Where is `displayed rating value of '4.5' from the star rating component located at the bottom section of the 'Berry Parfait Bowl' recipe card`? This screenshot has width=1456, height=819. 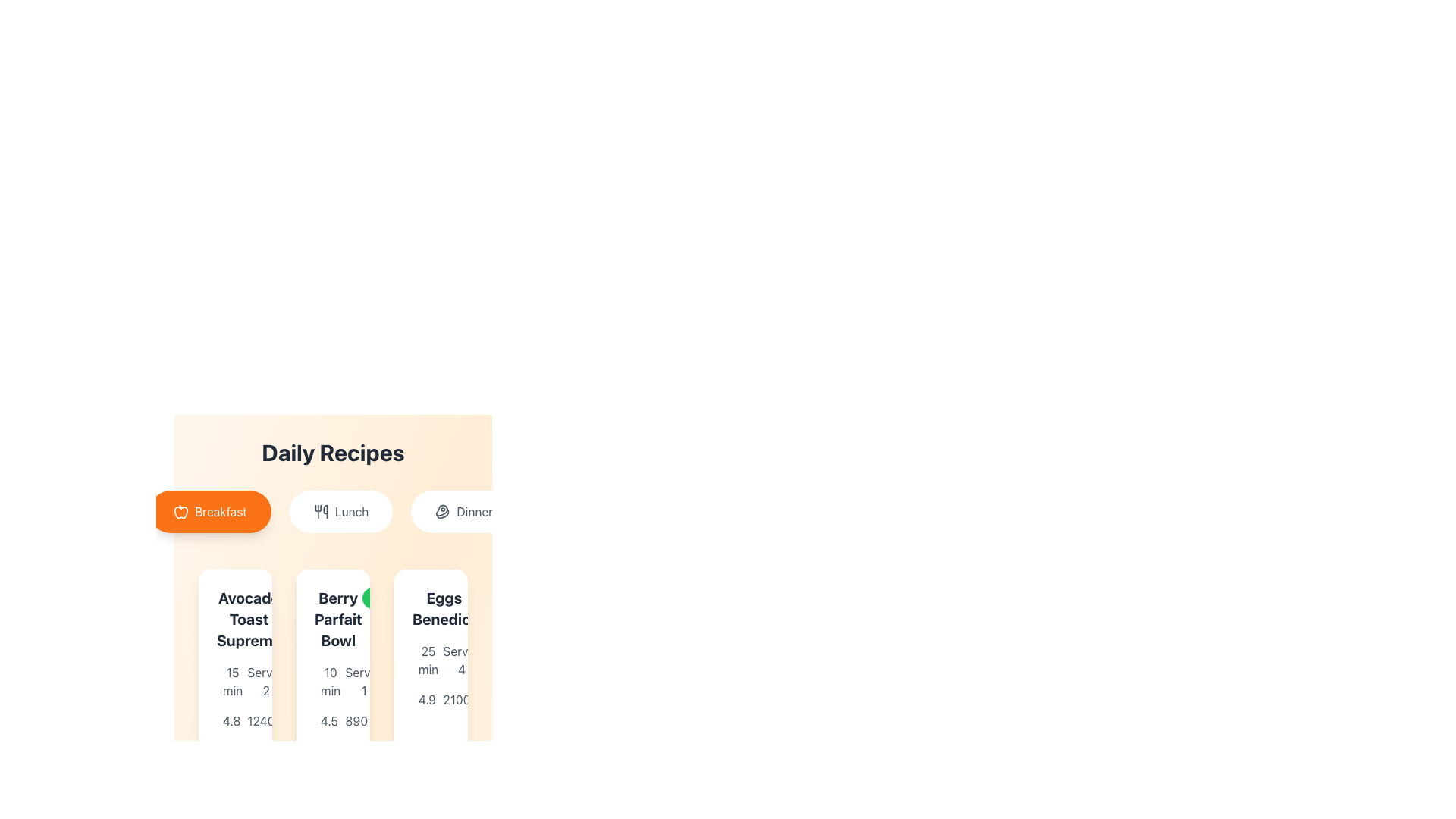
displayed rating value of '4.5' from the star rating component located at the bottom section of the 'Berry Parfait Bowl' recipe card is located at coordinates (320, 720).